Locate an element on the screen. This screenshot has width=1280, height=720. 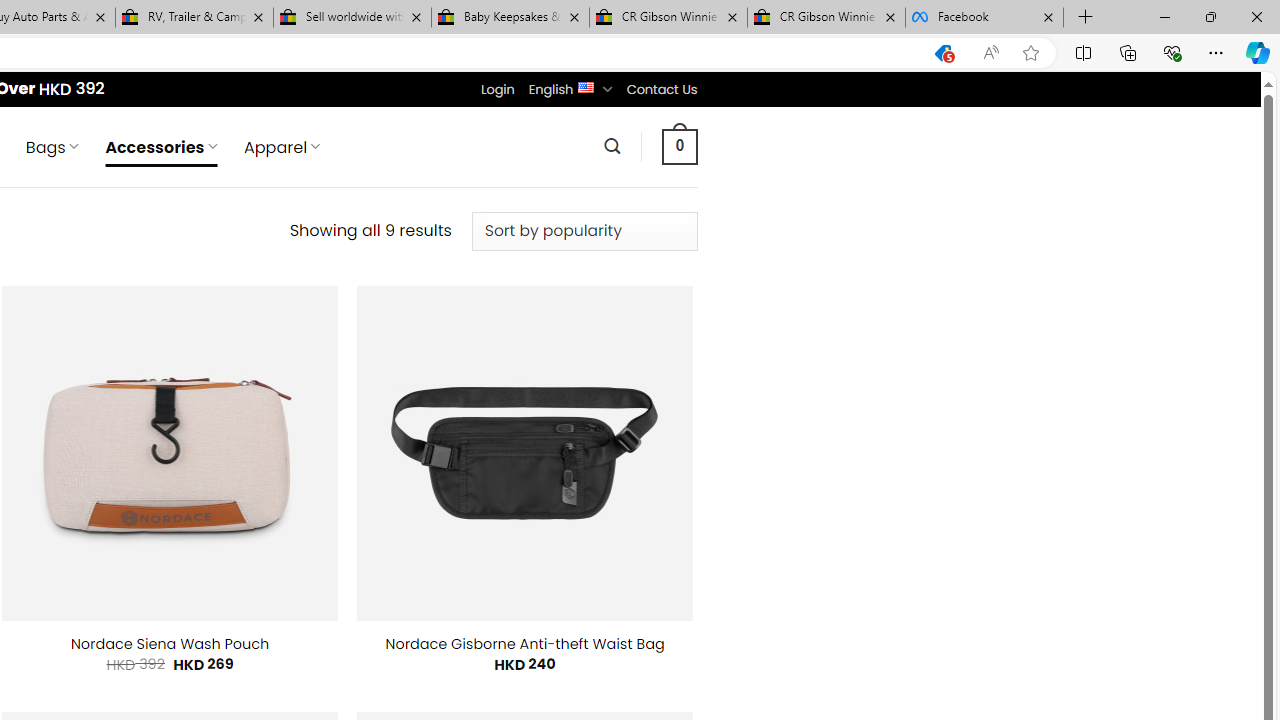
' 0 ' is located at coordinates (679, 145).